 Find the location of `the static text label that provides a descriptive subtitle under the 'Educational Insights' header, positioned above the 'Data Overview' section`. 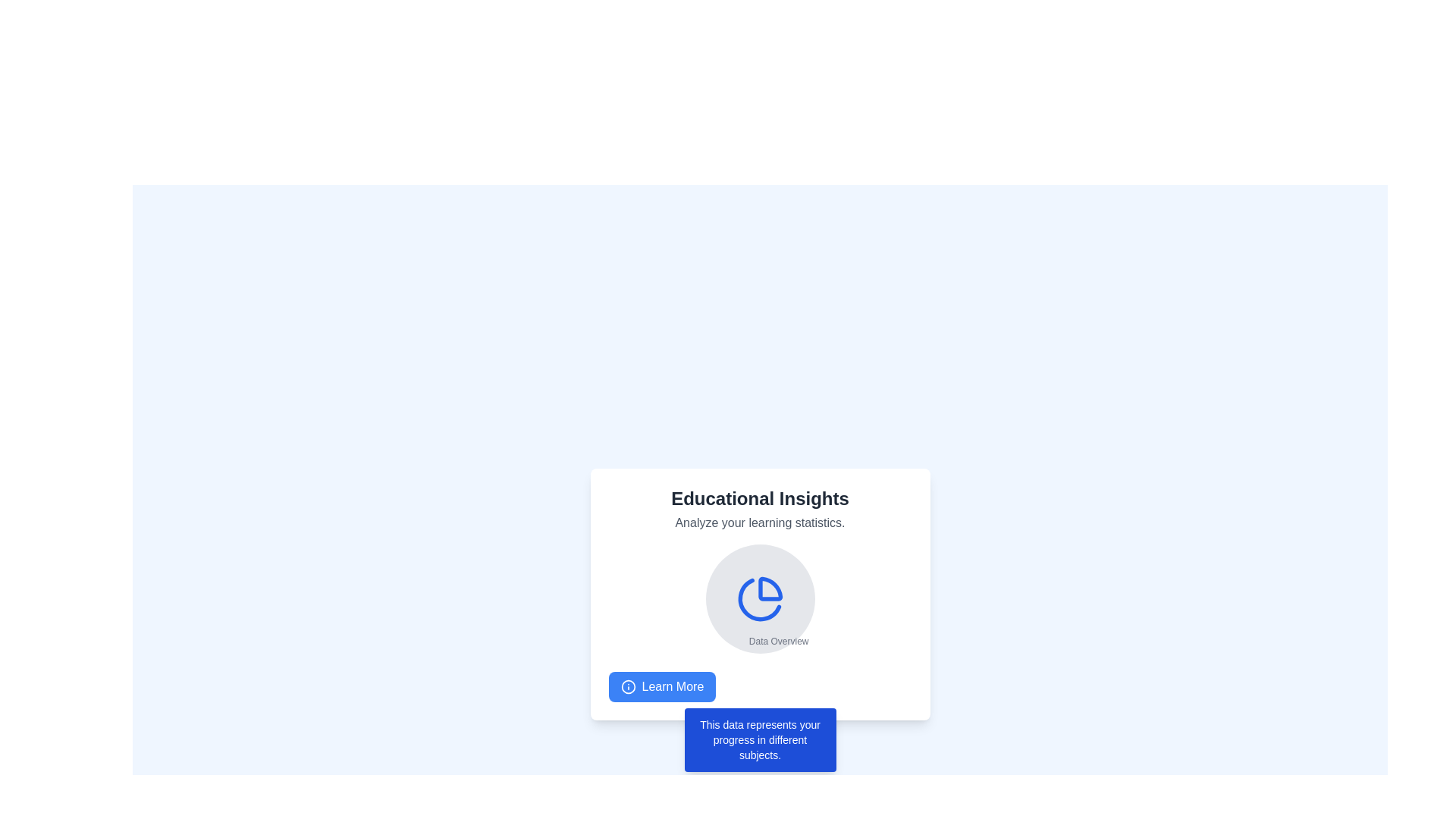

the static text label that provides a descriptive subtitle under the 'Educational Insights' header, positioned above the 'Data Overview' section is located at coordinates (760, 522).